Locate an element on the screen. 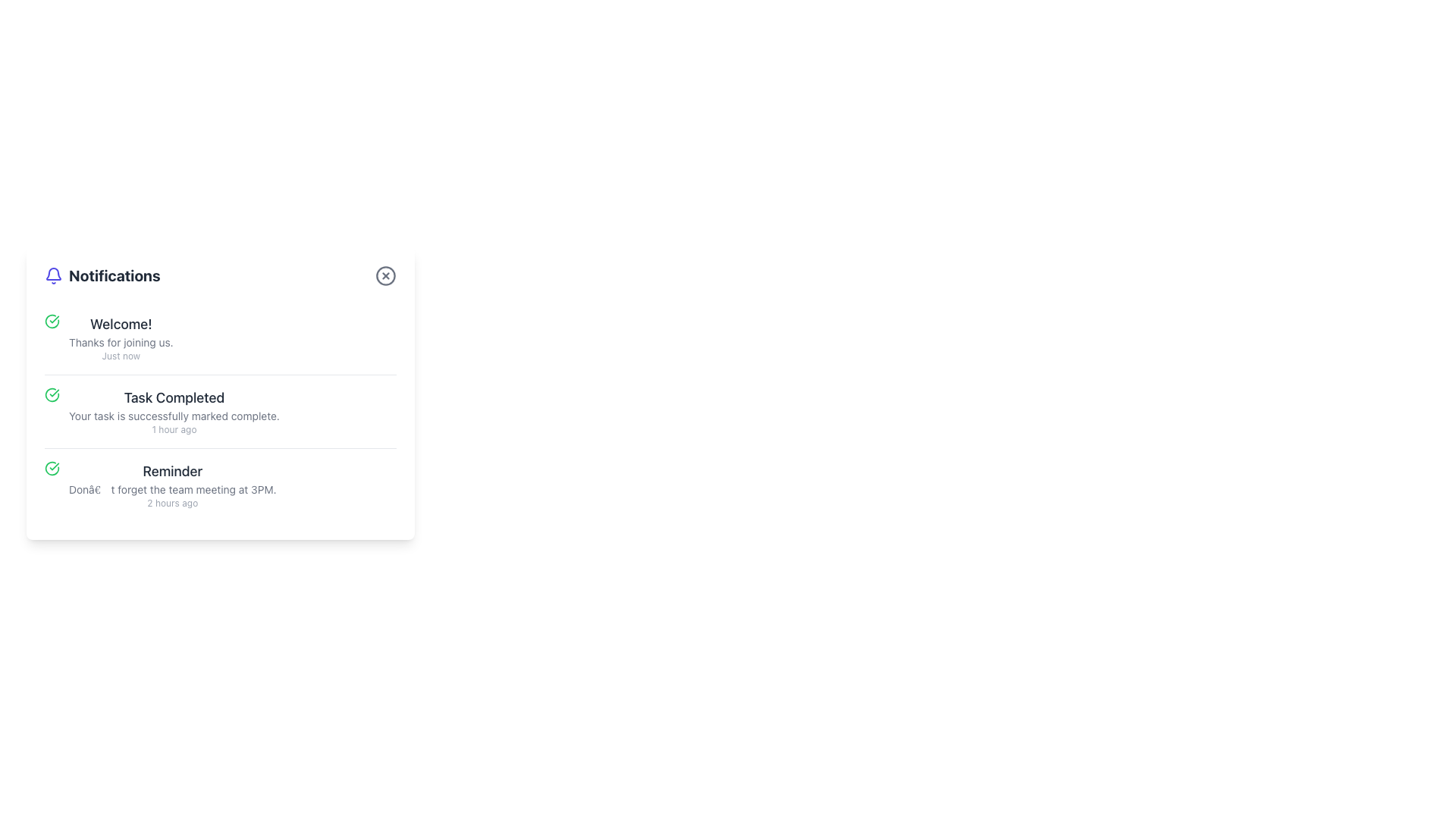  the first static text-based notification component displaying 'Welcome!' is located at coordinates (120, 337).